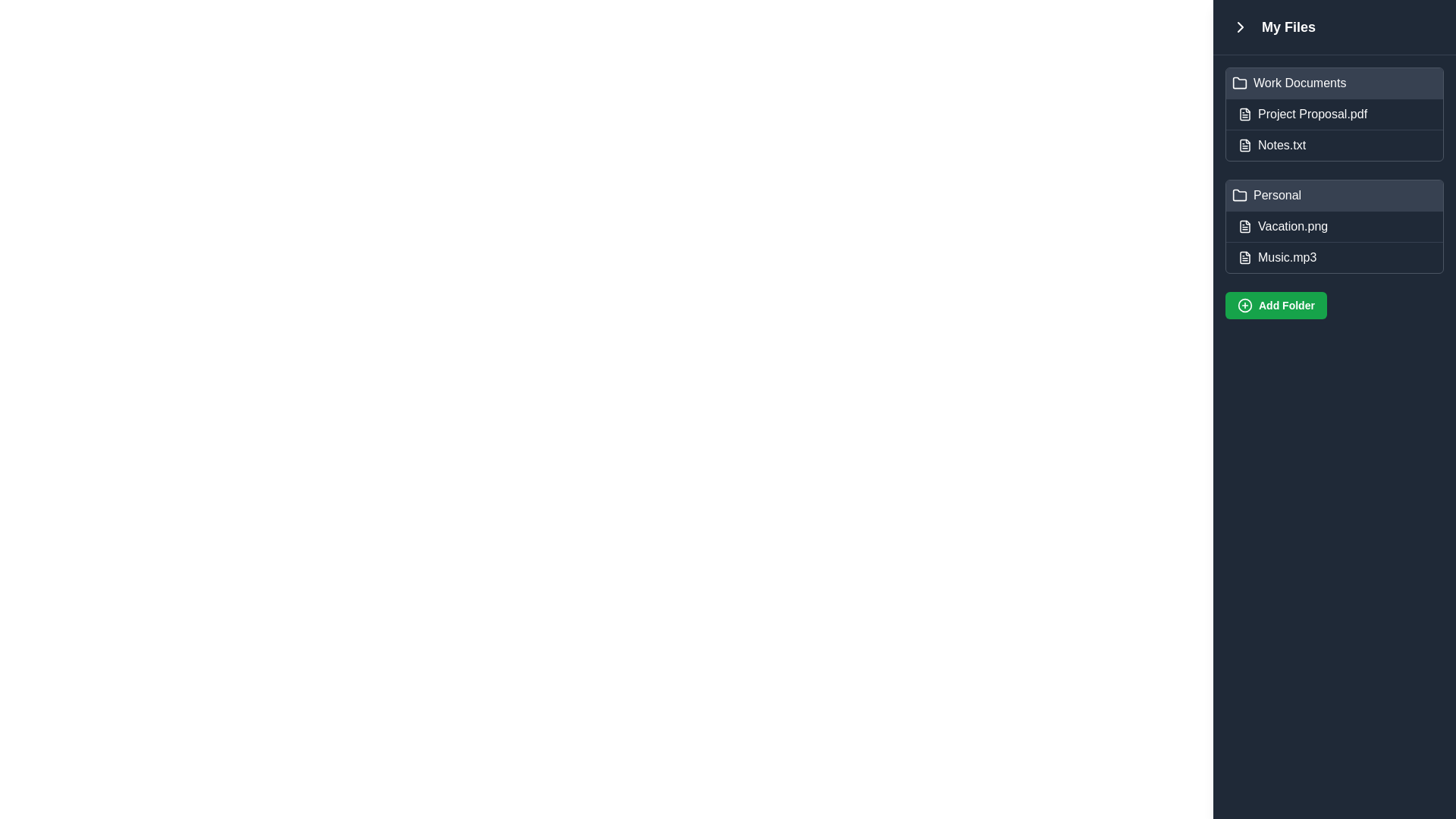 Image resolution: width=1456 pixels, height=819 pixels. I want to click on text label 'My Files' which is in bold and large font, styled in white color against a dark blue background, located at the top-left of the sidebar, so click(1270, 27).